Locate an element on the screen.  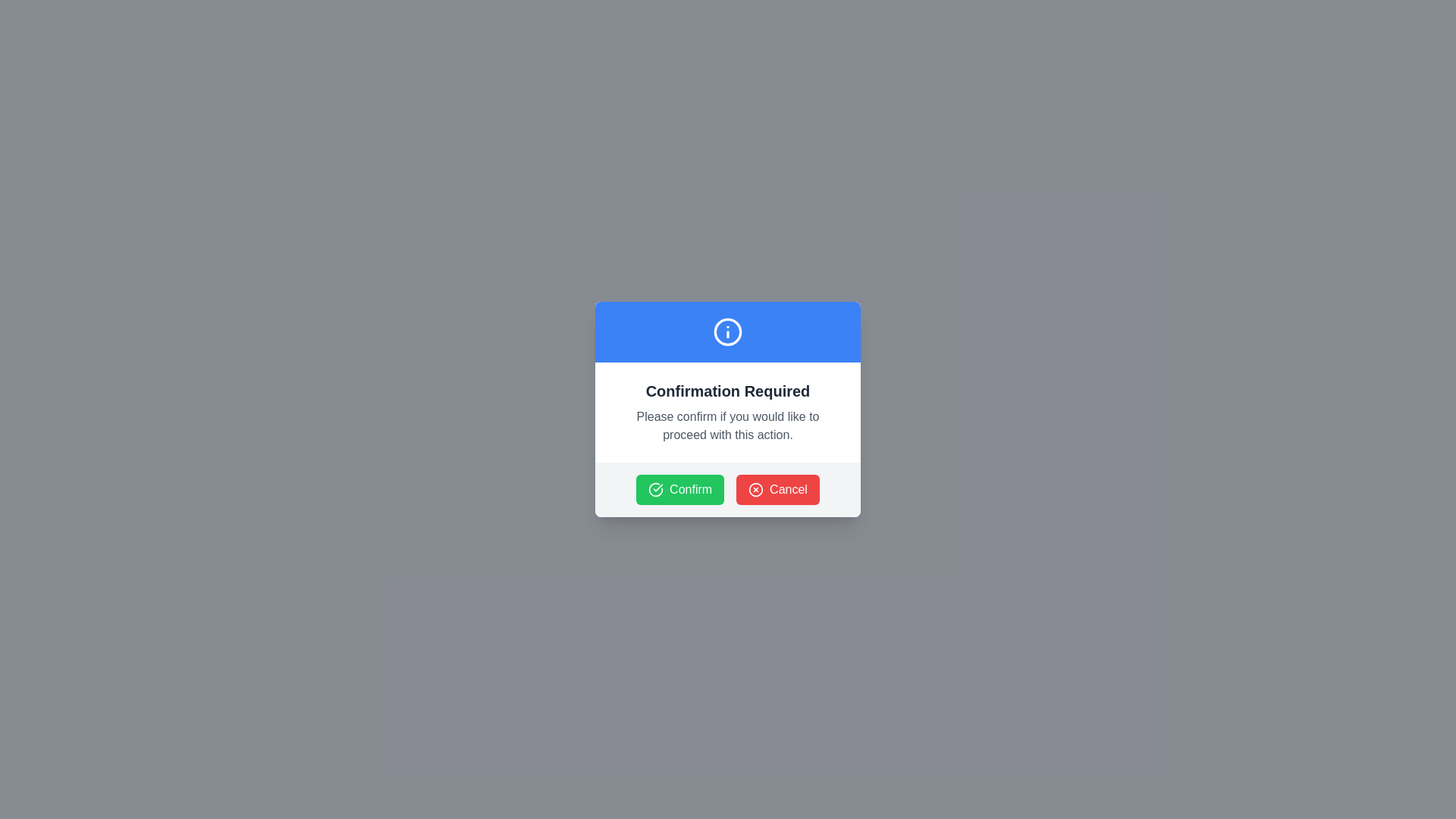
the Text block that conveys information about confirmation requirements, positioned centrally beneath the icon section and above the action buttons in the modal is located at coordinates (728, 412).